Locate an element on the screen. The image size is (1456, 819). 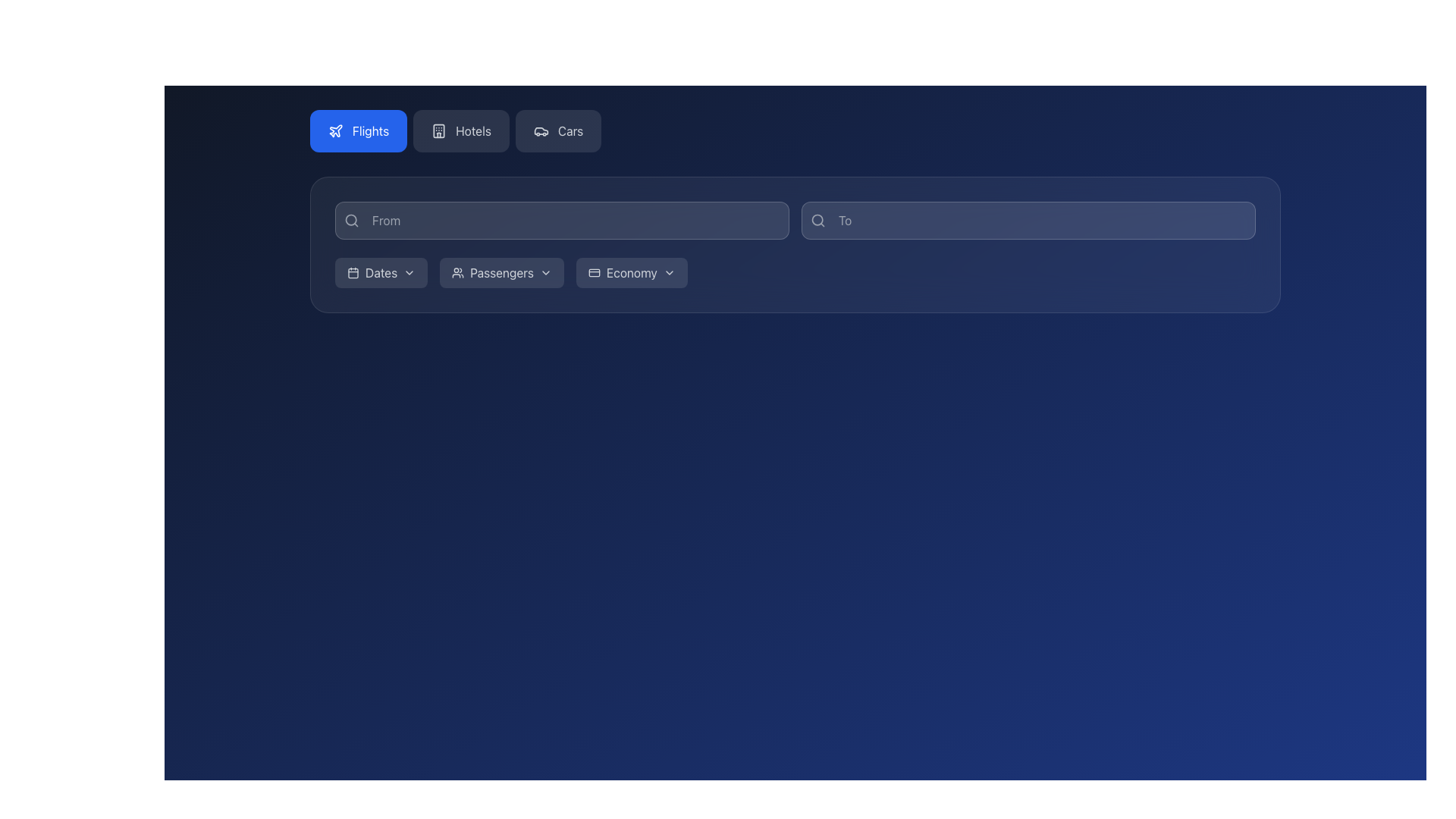
the downward-pointing chevron icon, which indicates a dropdown menu next to the 'Economy' label, located in the bottom-right portion of the search input section is located at coordinates (668, 271).